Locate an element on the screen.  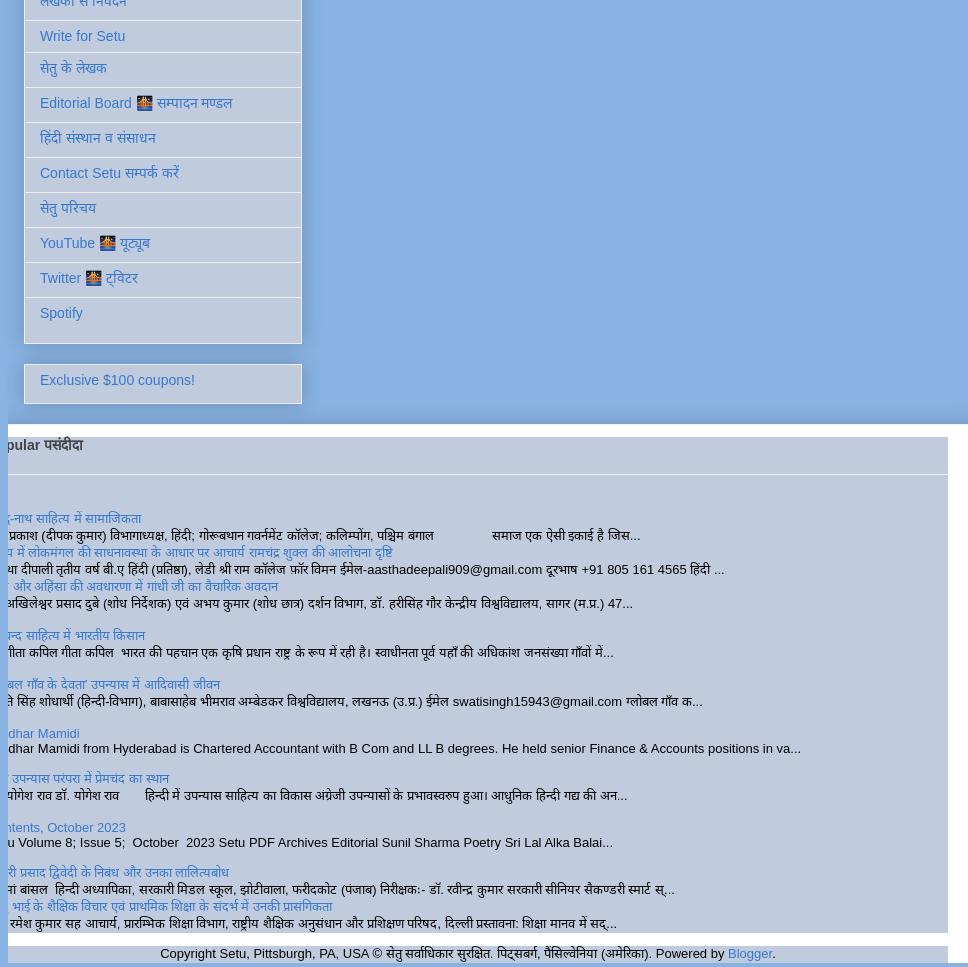
'Exclusive $100 coupons!' is located at coordinates (117, 378).